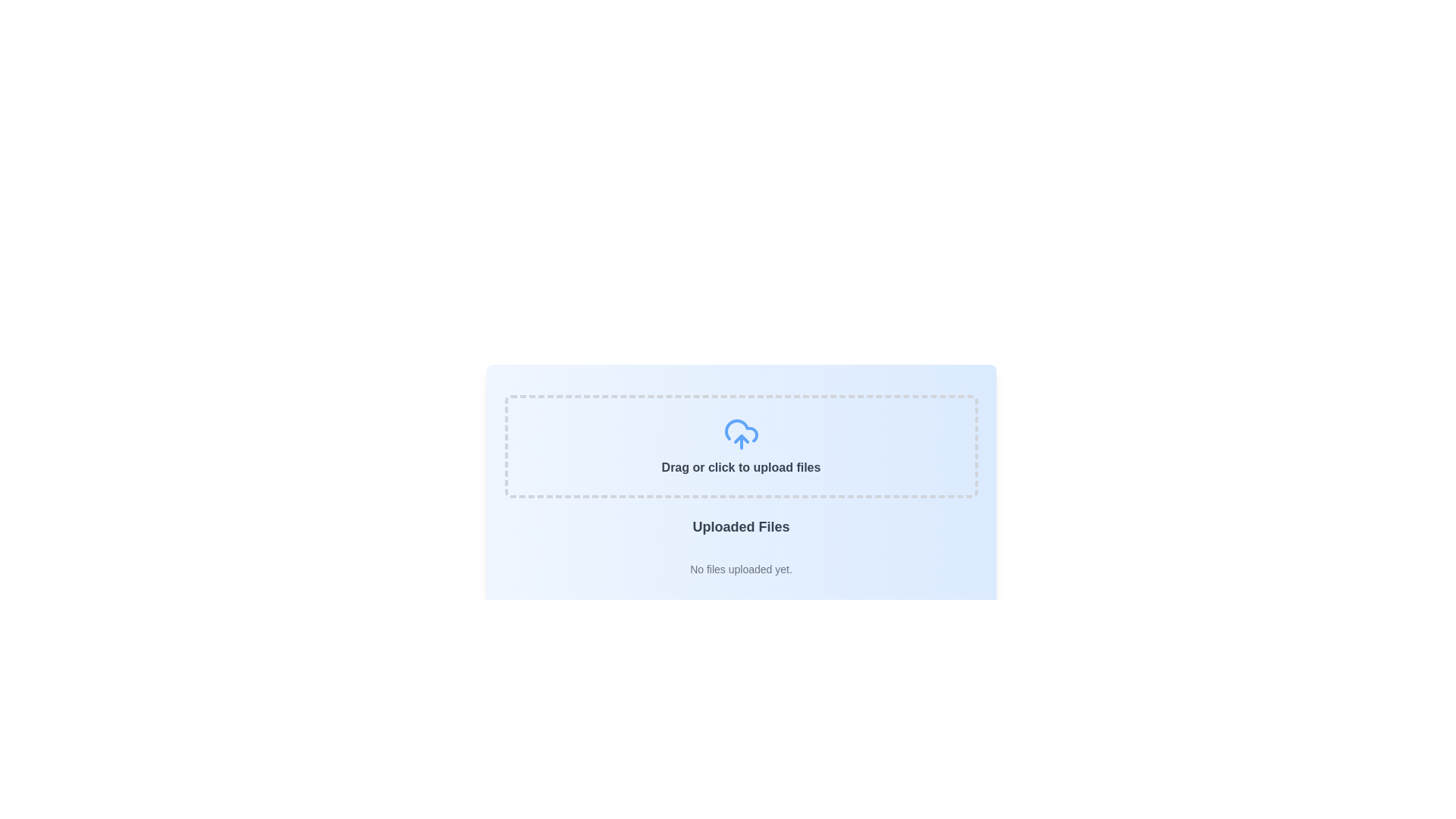  I want to click on text label prompting users to drag files or click to upload files, which is located within a dashed border box above the 'Uploaded Files' section, so click(741, 467).